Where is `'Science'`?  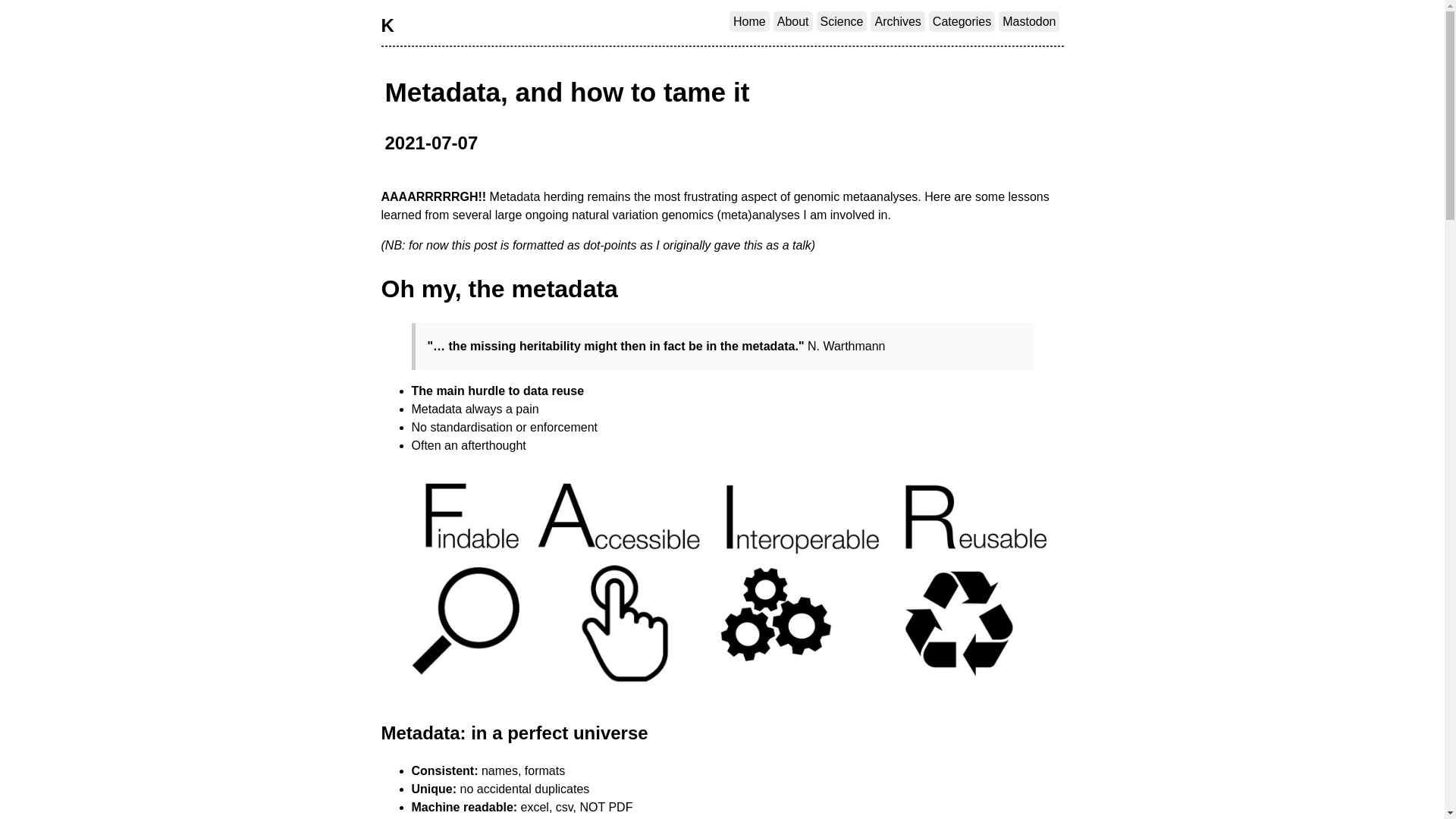
'Science' is located at coordinates (841, 21).